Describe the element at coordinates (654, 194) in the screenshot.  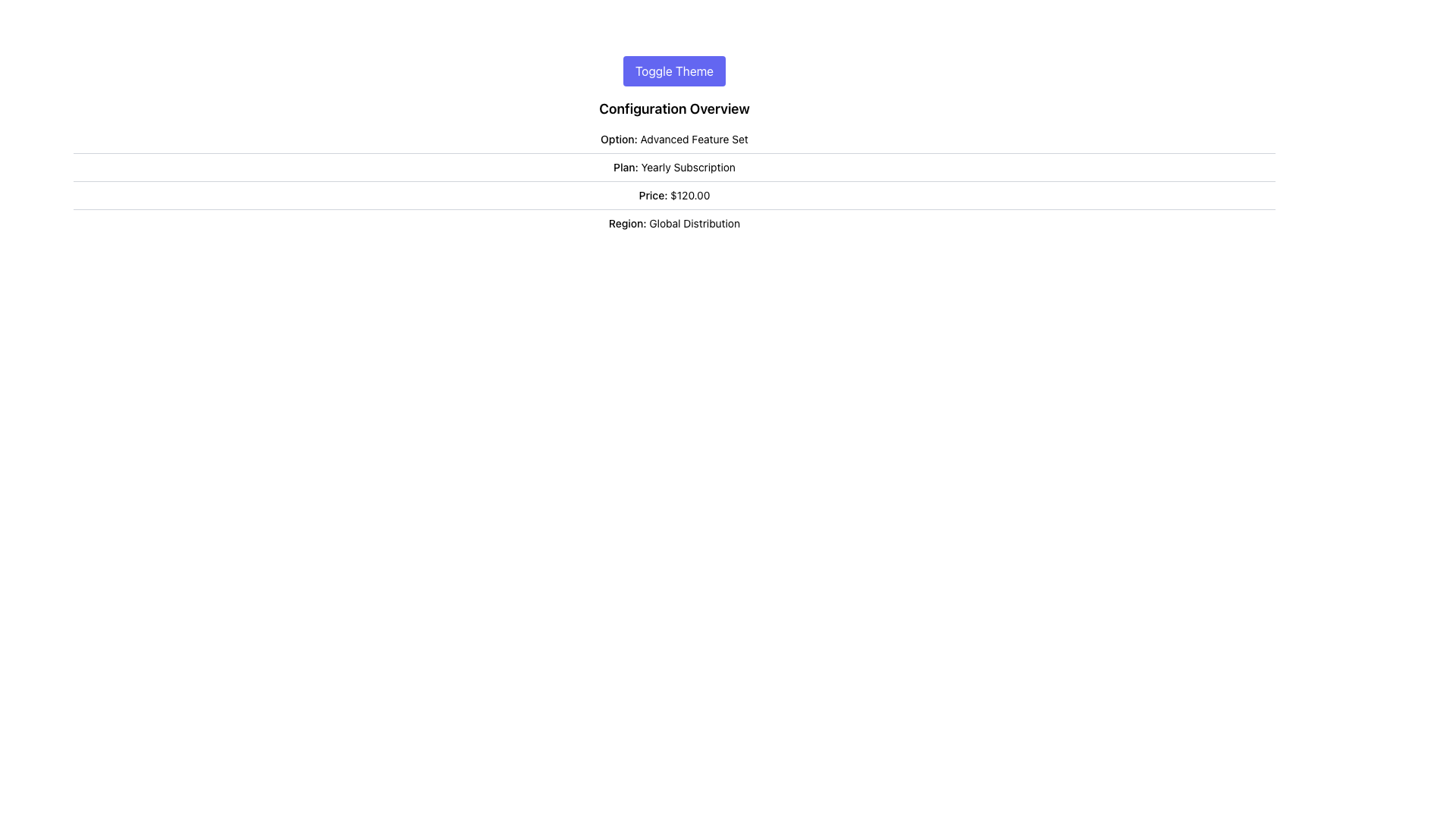
I see `the 'Price:' label` at that location.